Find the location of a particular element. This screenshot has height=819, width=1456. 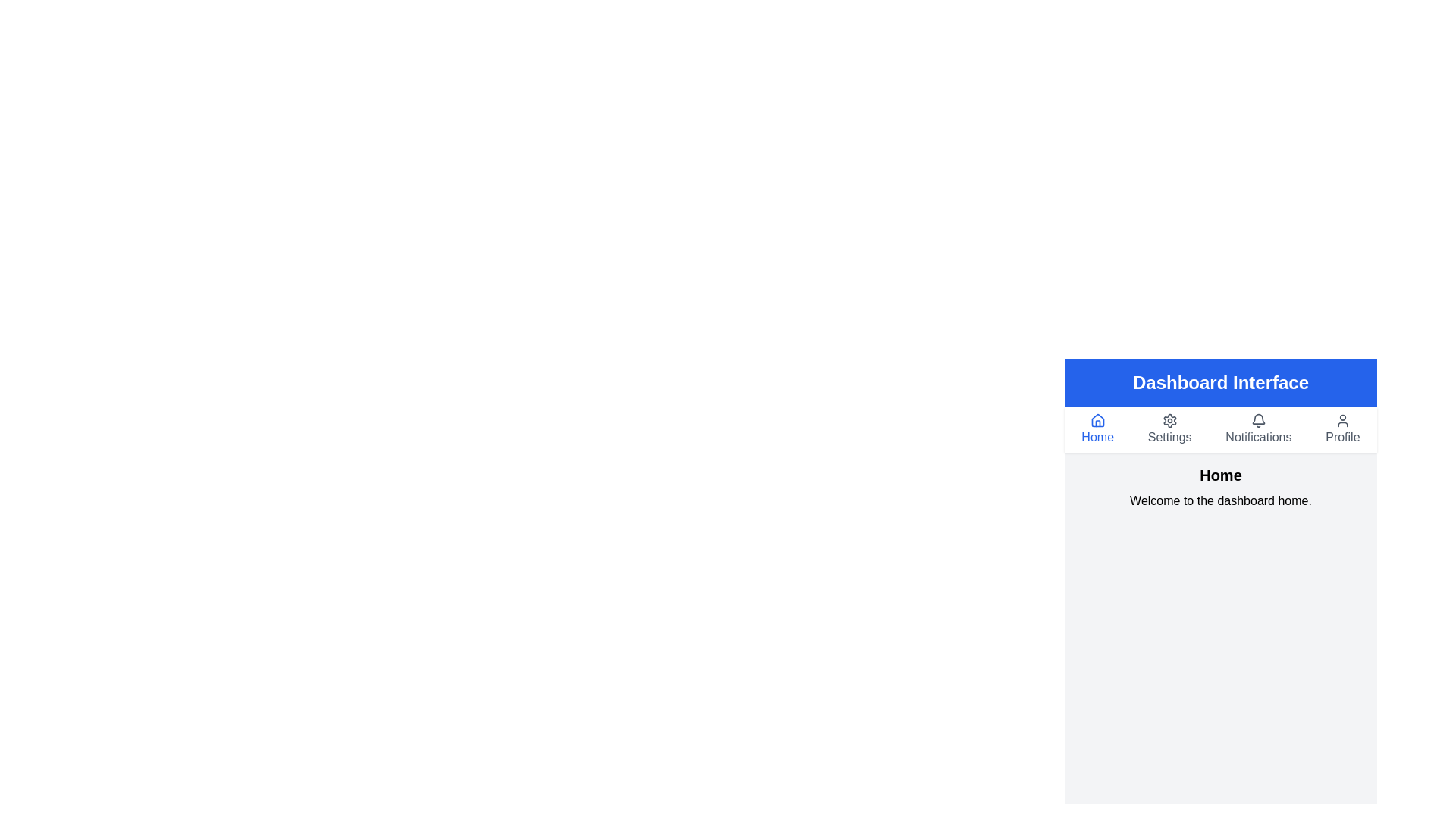

the user profile icon located at the top-right corner of the interface, which is positioned under the heading 'Profile' is located at coordinates (1342, 421).